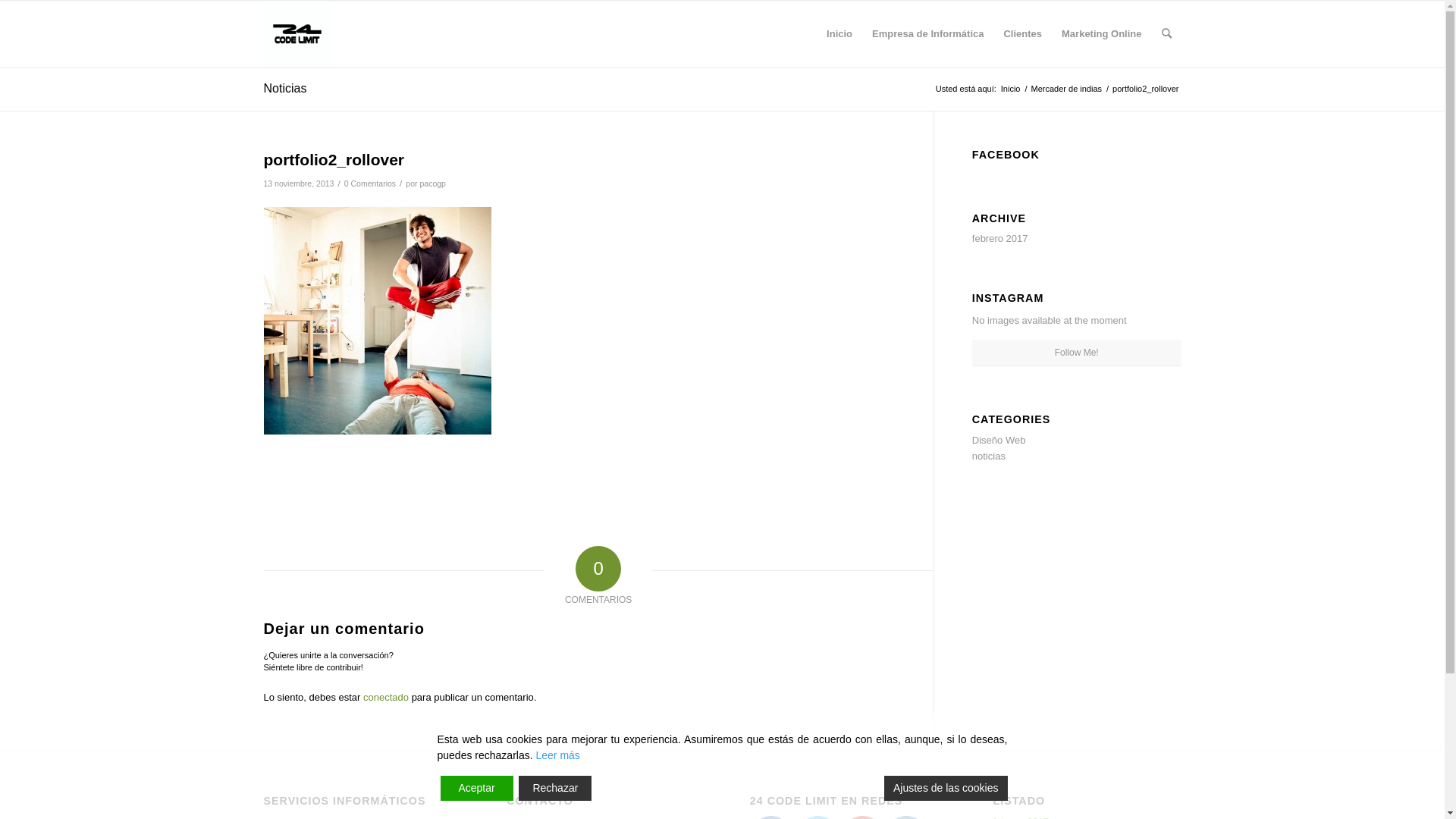  What do you see at coordinates (945, 787) in the screenshot?
I see `'Ajustes de las cookies'` at bounding box center [945, 787].